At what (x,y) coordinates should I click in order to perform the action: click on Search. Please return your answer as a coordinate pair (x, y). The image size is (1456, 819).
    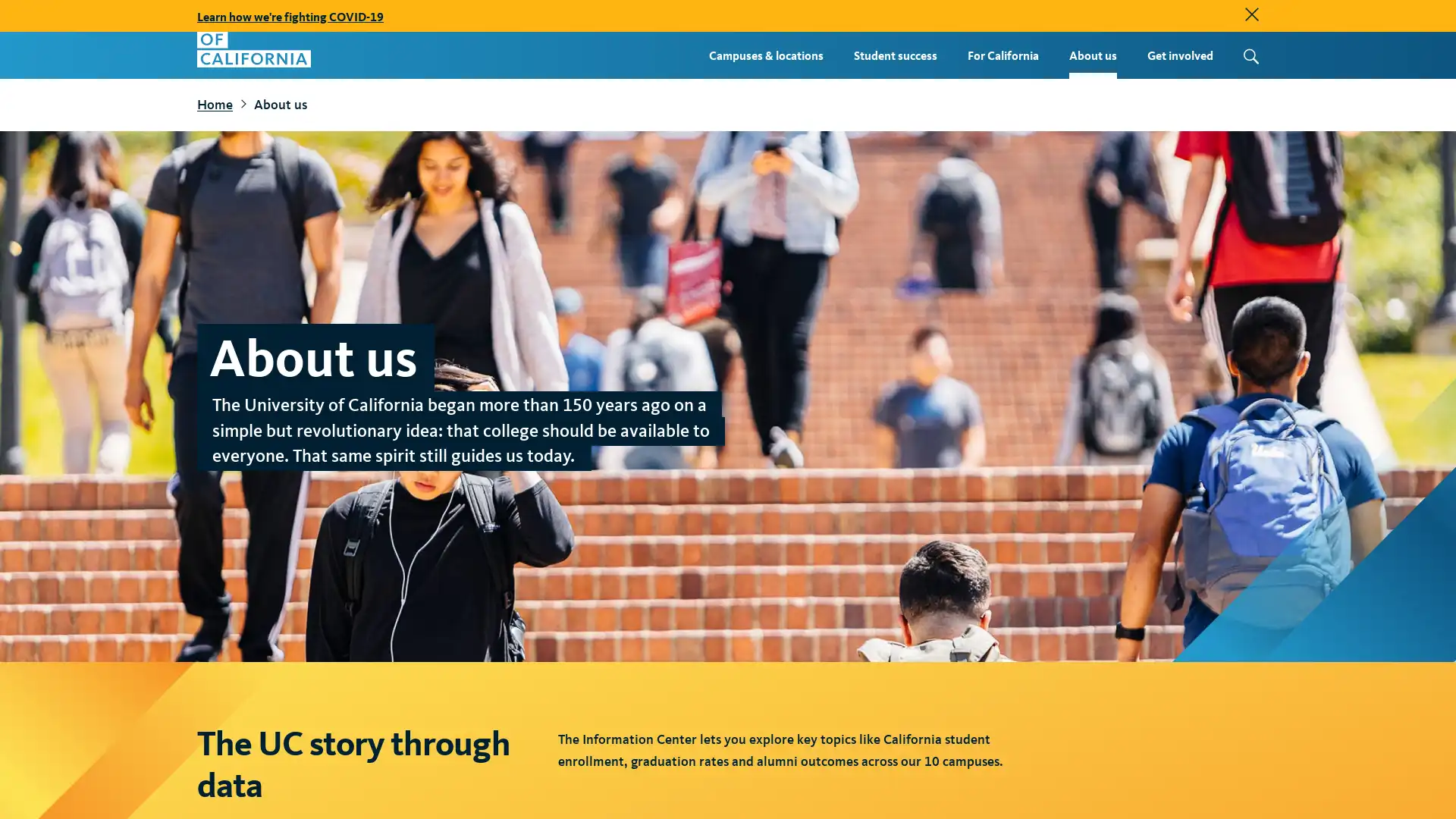
    Looking at the image, I should click on (1247, 55).